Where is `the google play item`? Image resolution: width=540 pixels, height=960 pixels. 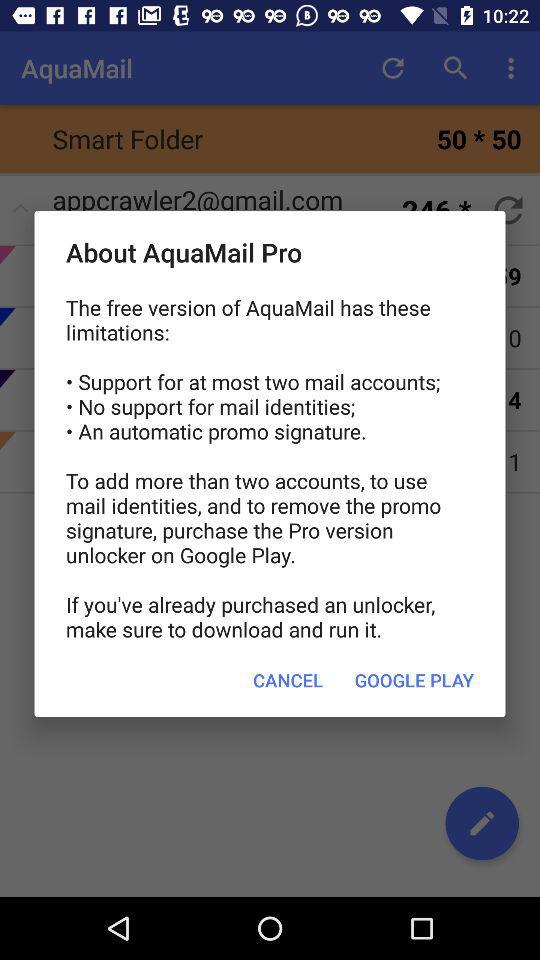
the google play item is located at coordinates (413, 680).